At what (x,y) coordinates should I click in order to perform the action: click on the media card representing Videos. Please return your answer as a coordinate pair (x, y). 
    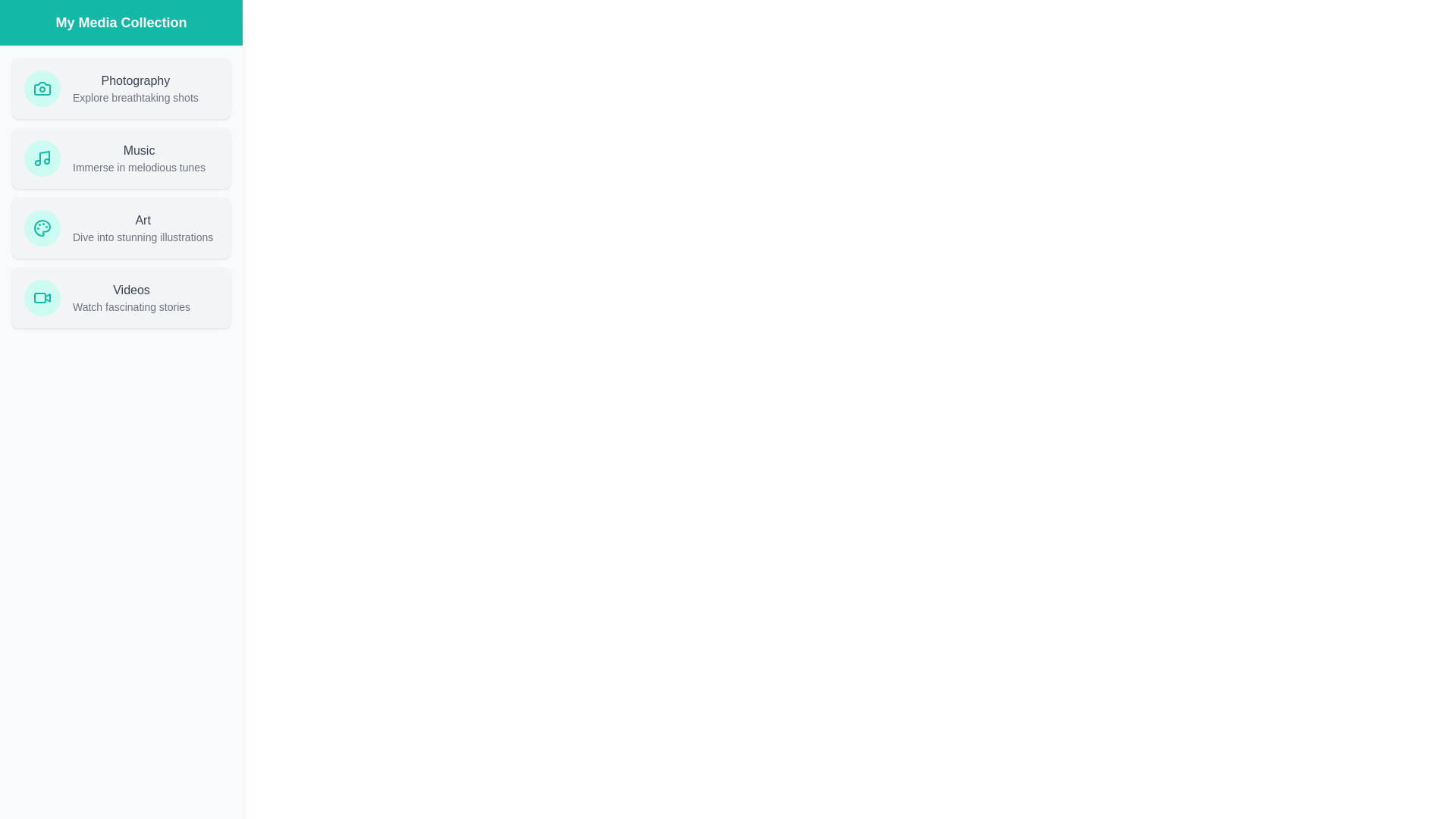
    Looking at the image, I should click on (120, 298).